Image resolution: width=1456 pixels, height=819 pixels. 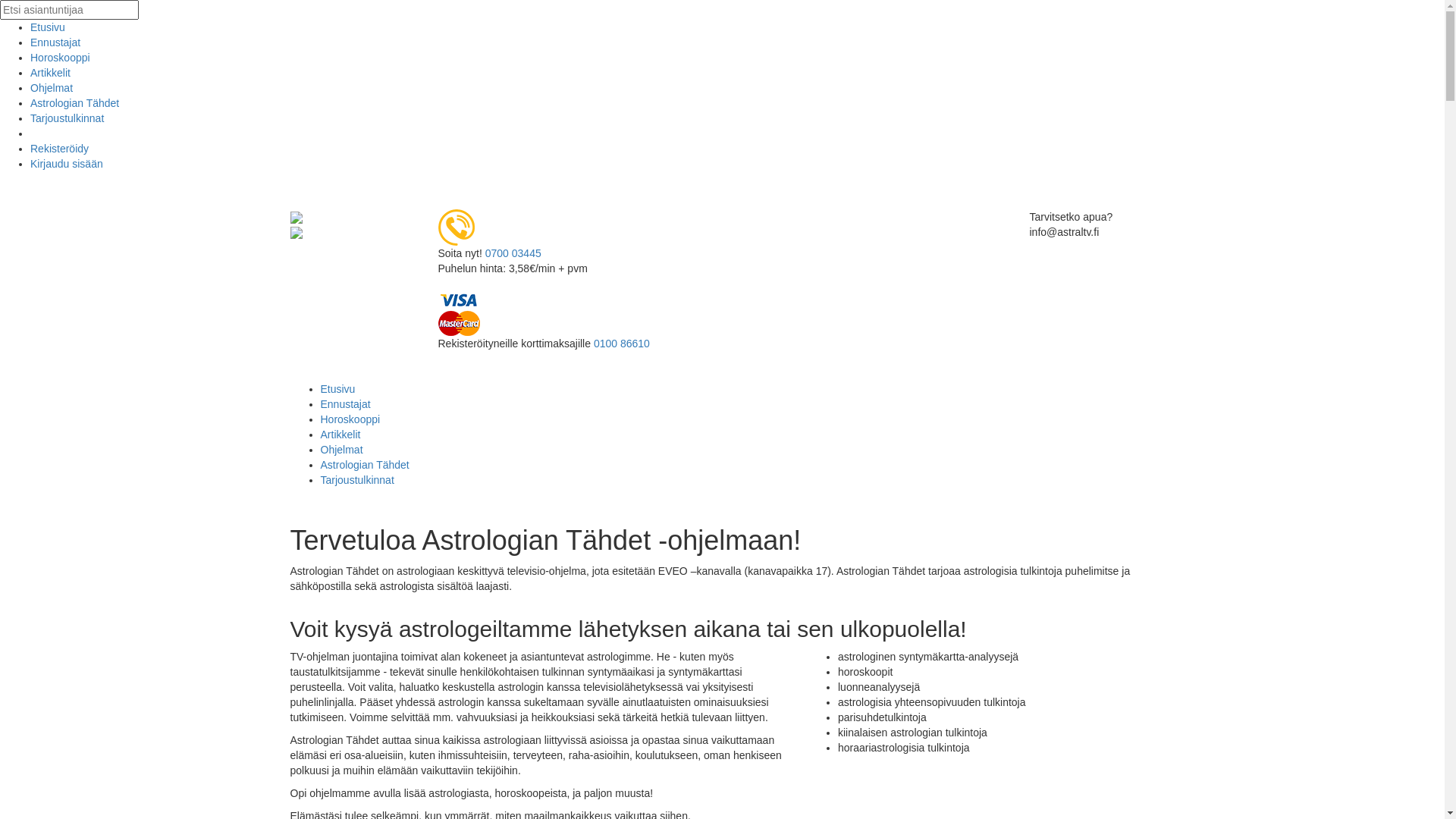 What do you see at coordinates (60, 57) in the screenshot?
I see `'Horoskooppi'` at bounding box center [60, 57].